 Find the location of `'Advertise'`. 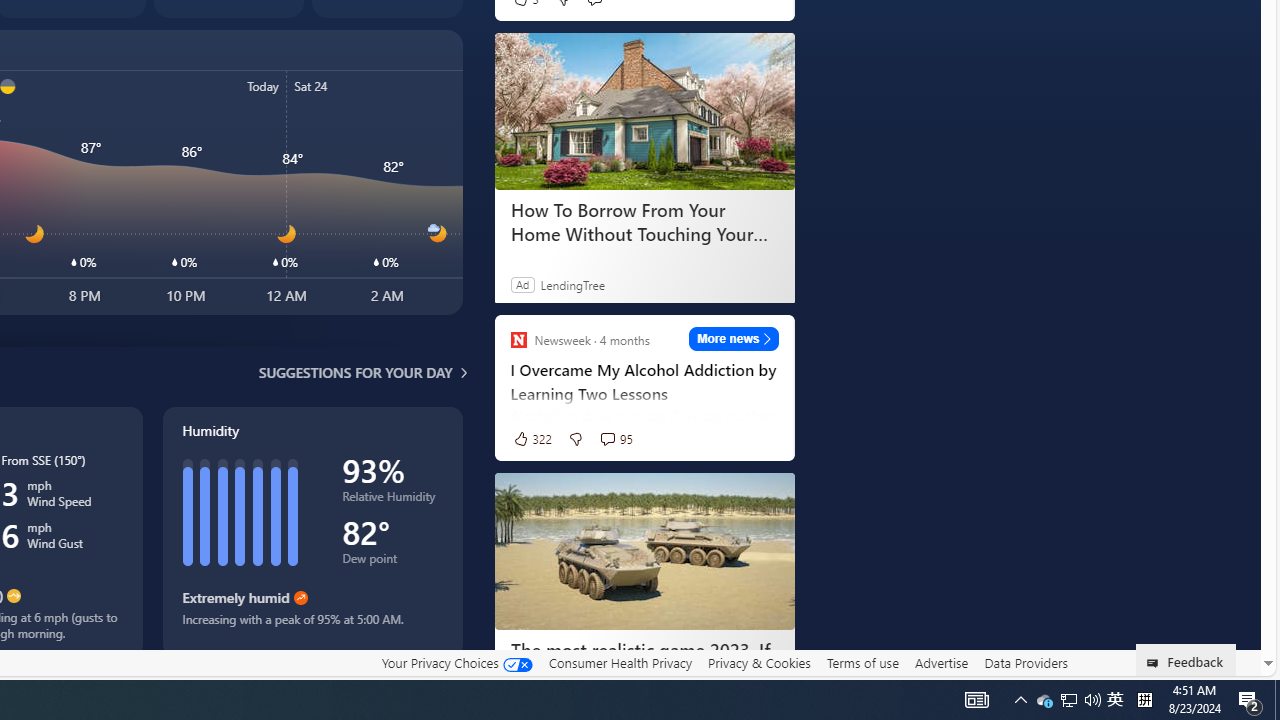

'Advertise' is located at coordinates (940, 663).